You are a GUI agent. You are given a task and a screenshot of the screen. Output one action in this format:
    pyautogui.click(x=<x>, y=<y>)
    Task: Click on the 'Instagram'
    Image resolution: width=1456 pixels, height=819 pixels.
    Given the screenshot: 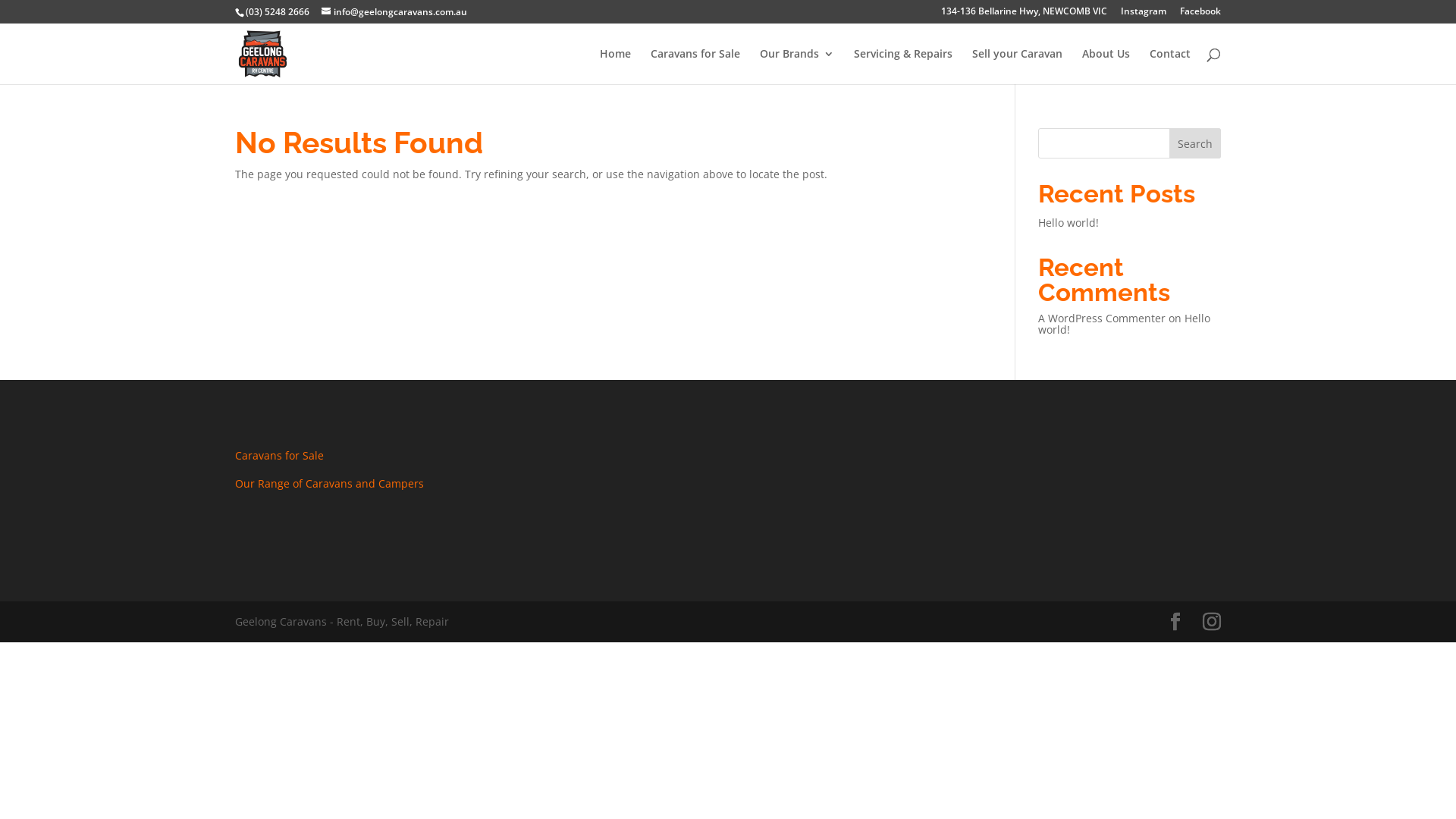 What is the action you would take?
    pyautogui.click(x=1143, y=14)
    